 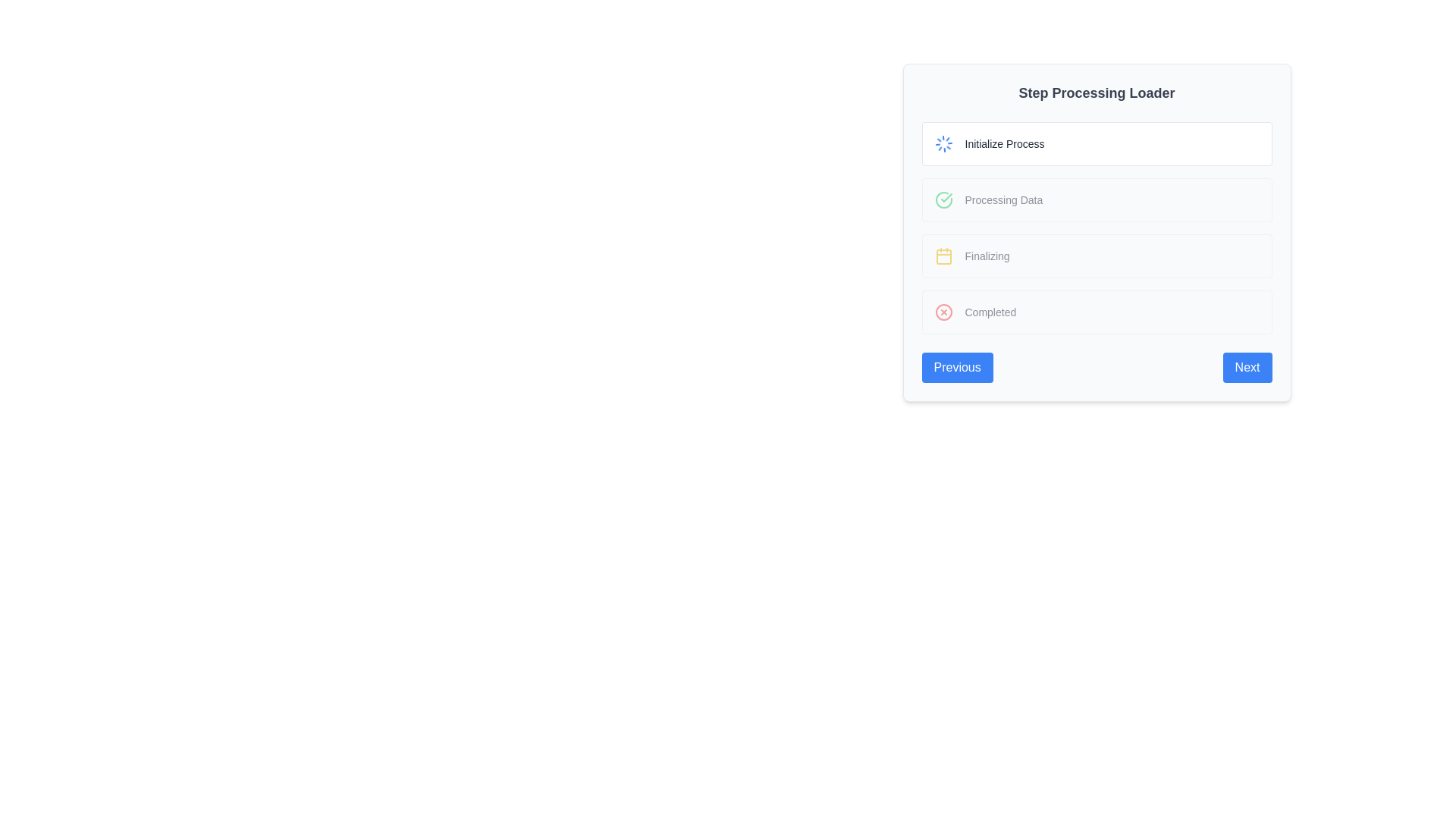 I want to click on the 'Processing Data' text label, which is styled in gray and indicates a processing status, located in the center-right section of the interface, so click(x=1003, y=199).